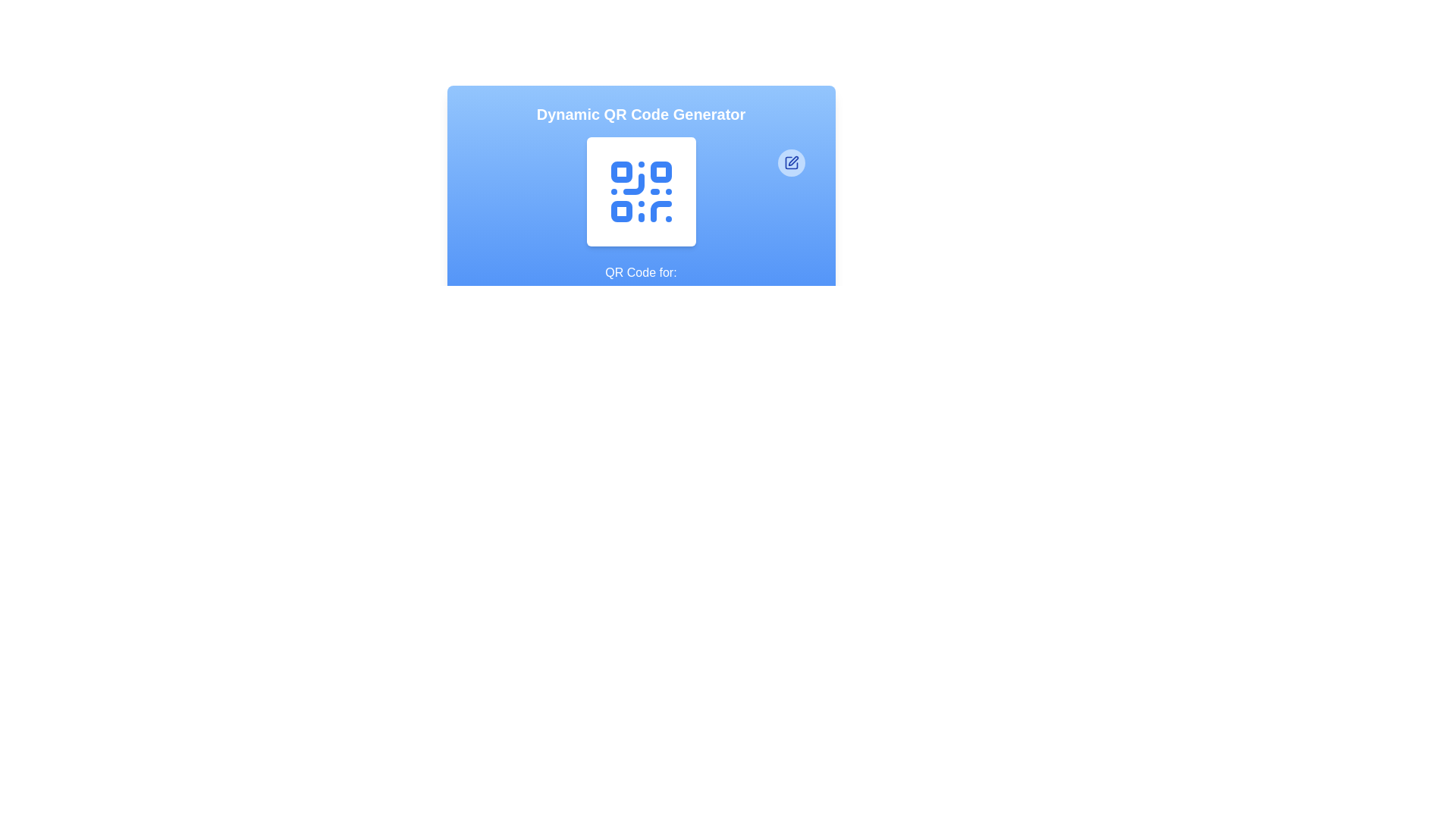  What do you see at coordinates (790, 163) in the screenshot?
I see `the 'Edit' button located in the top-right corner of the 'Dynamic QR Code Generator' card` at bounding box center [790, 163].